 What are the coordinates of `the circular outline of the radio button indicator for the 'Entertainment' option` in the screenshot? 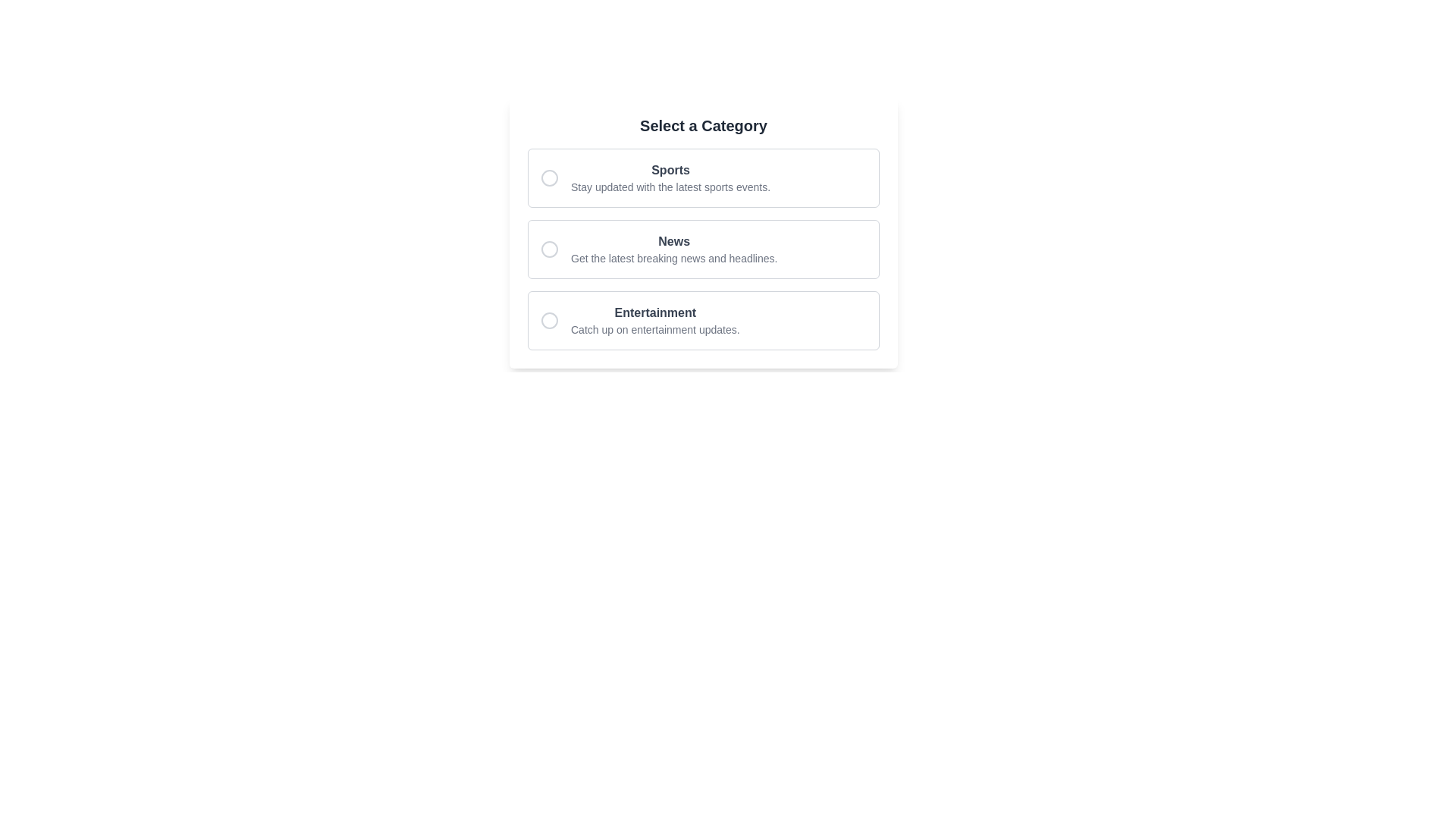 It's located at (548, 320).